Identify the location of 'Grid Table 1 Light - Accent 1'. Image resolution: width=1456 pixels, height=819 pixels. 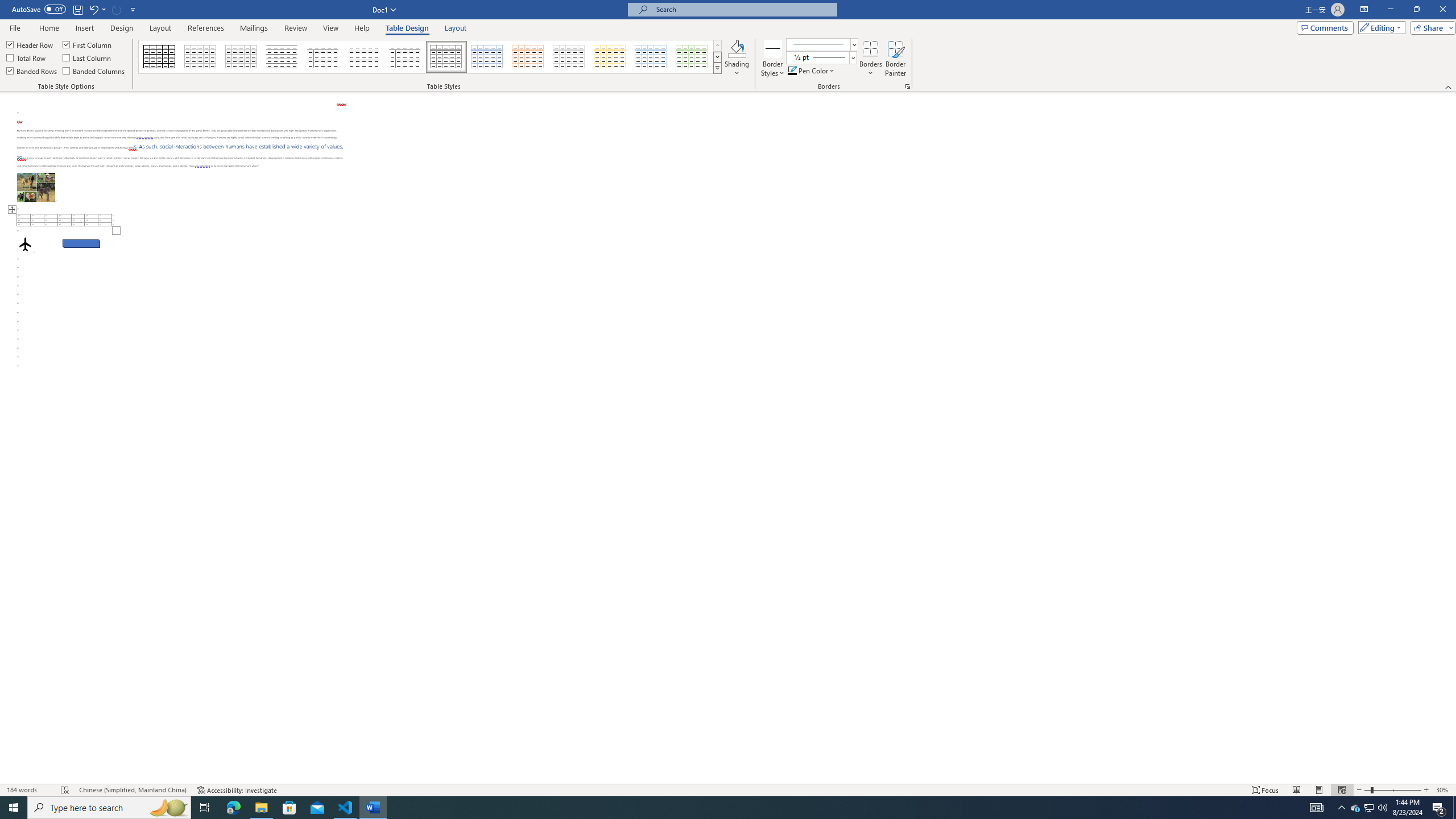
(487, 56).